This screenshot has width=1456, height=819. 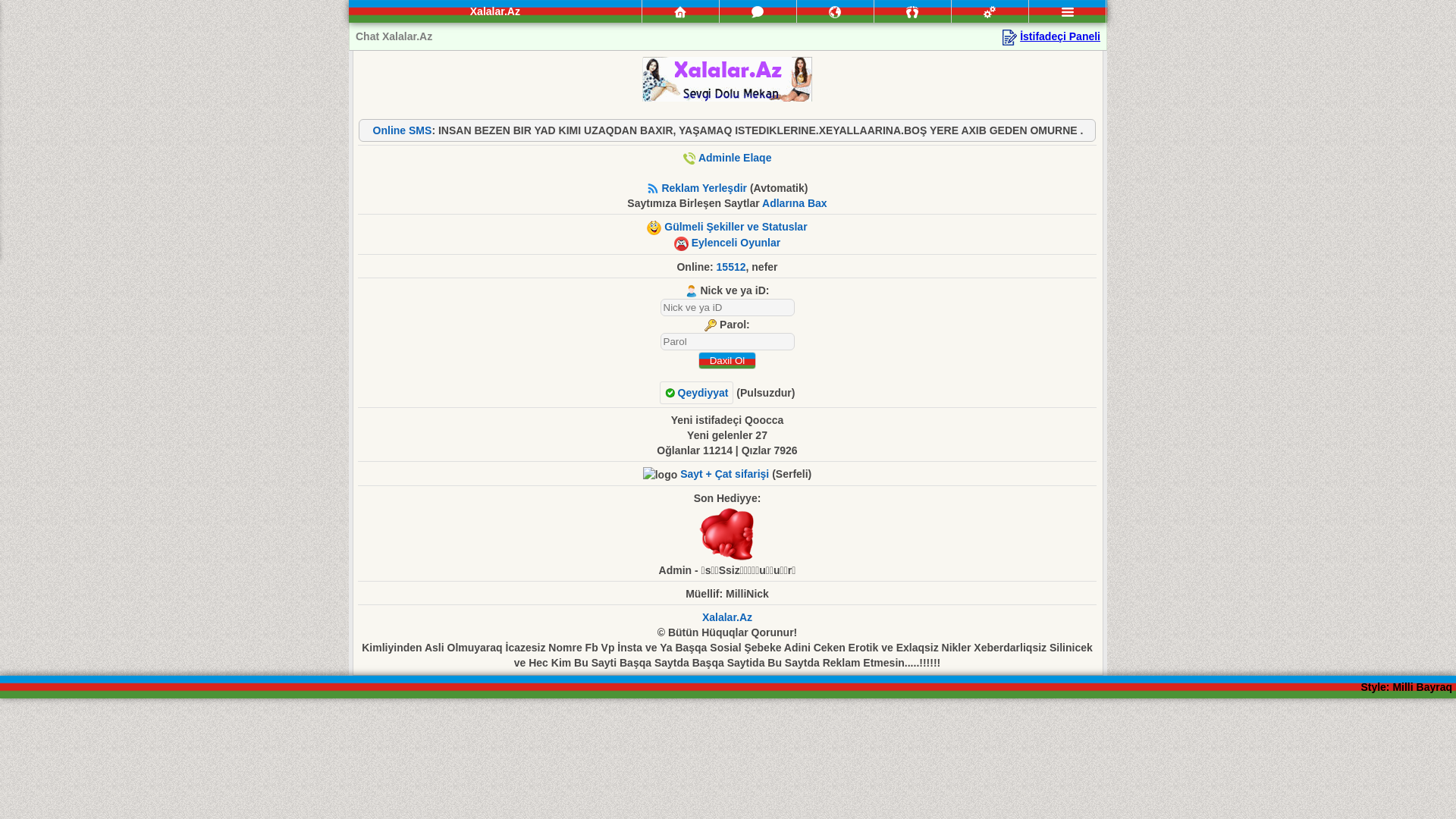 What do you see at coordinates (726, 341) in the screenshot?
I see `'Parol'` at bounding box center [726, 341].